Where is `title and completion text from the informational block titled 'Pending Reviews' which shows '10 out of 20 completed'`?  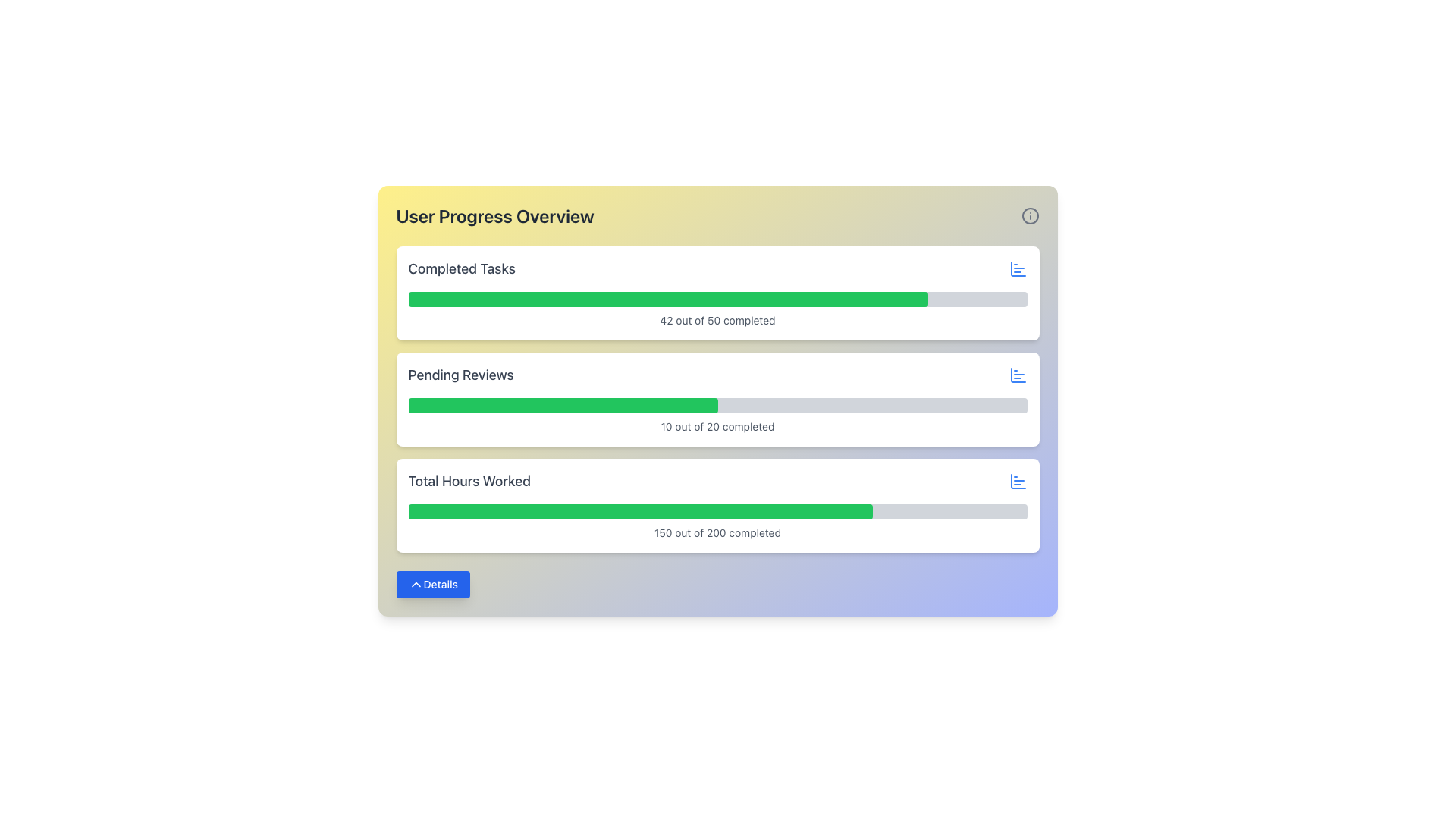 title and completion text from the informational block titled 'Pending Reviews' which shows '10 out of 20 completed' is located at coordinates (717, 399).